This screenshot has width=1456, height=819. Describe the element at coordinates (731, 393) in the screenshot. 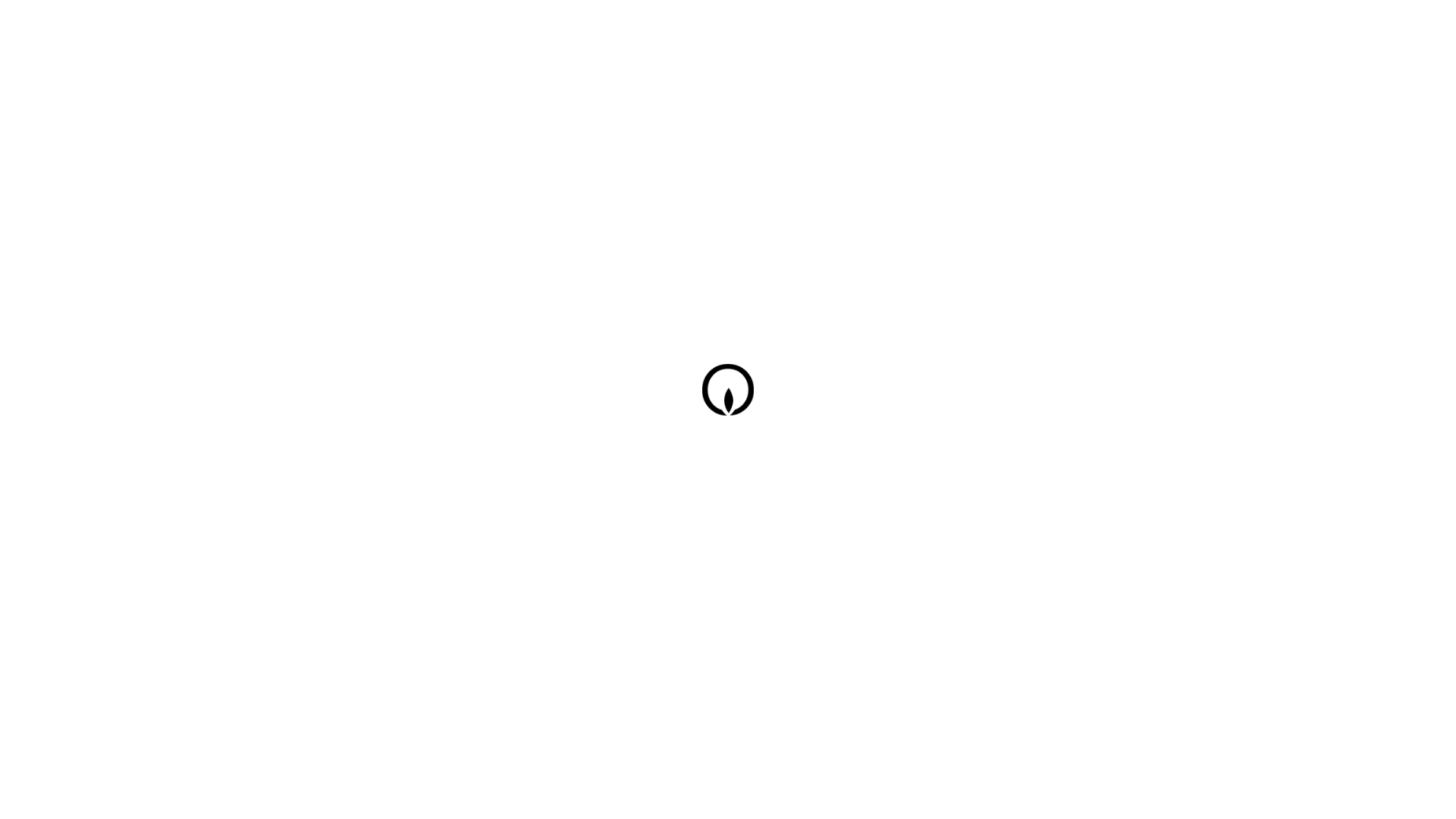

I see `'eroma logo'` at that location.